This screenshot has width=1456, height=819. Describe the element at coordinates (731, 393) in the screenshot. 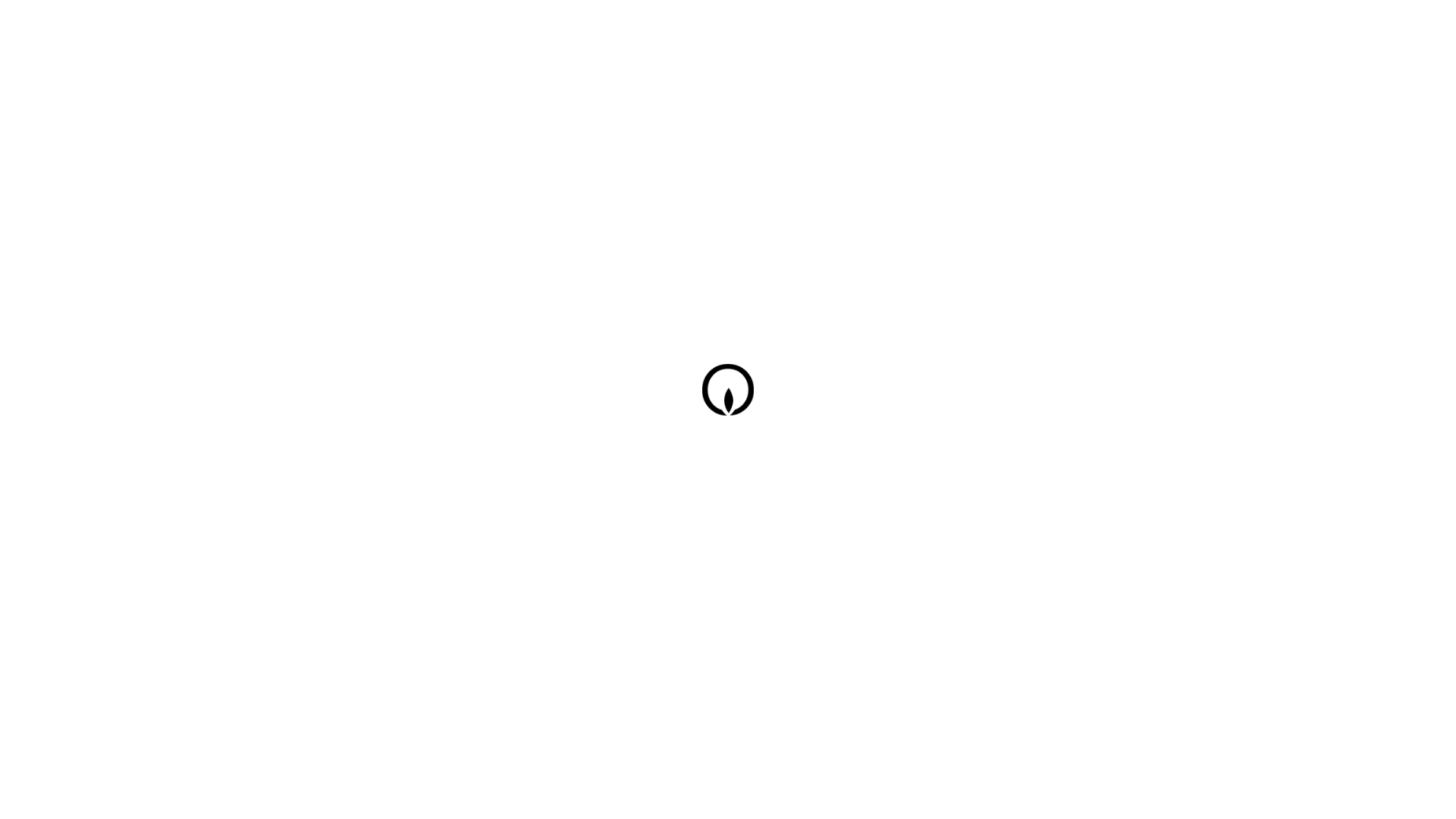

I see `'eroma logo'` at that location.